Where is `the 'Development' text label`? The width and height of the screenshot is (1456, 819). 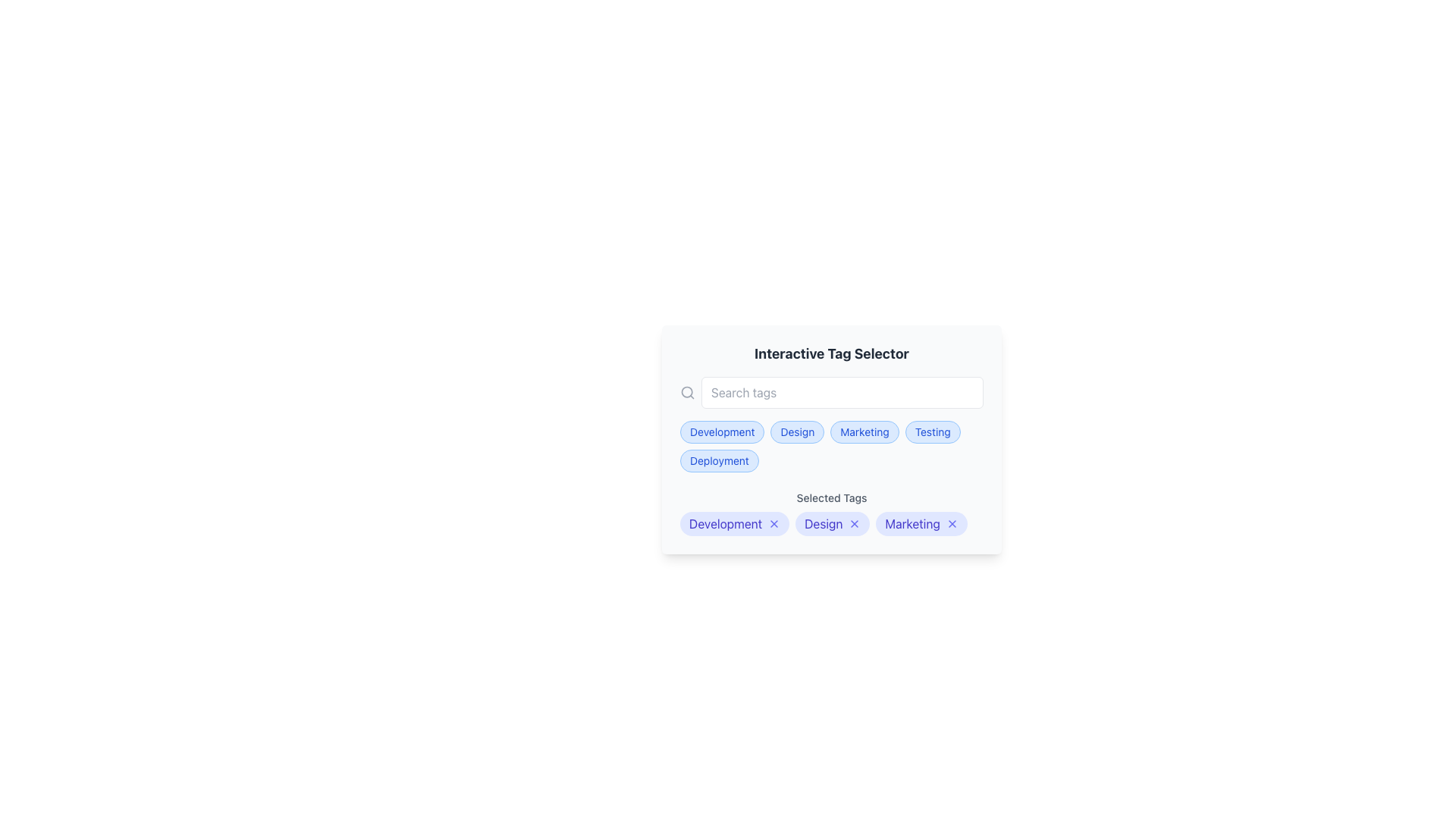 the 'Development' text label is located at coordinates (725, 522).